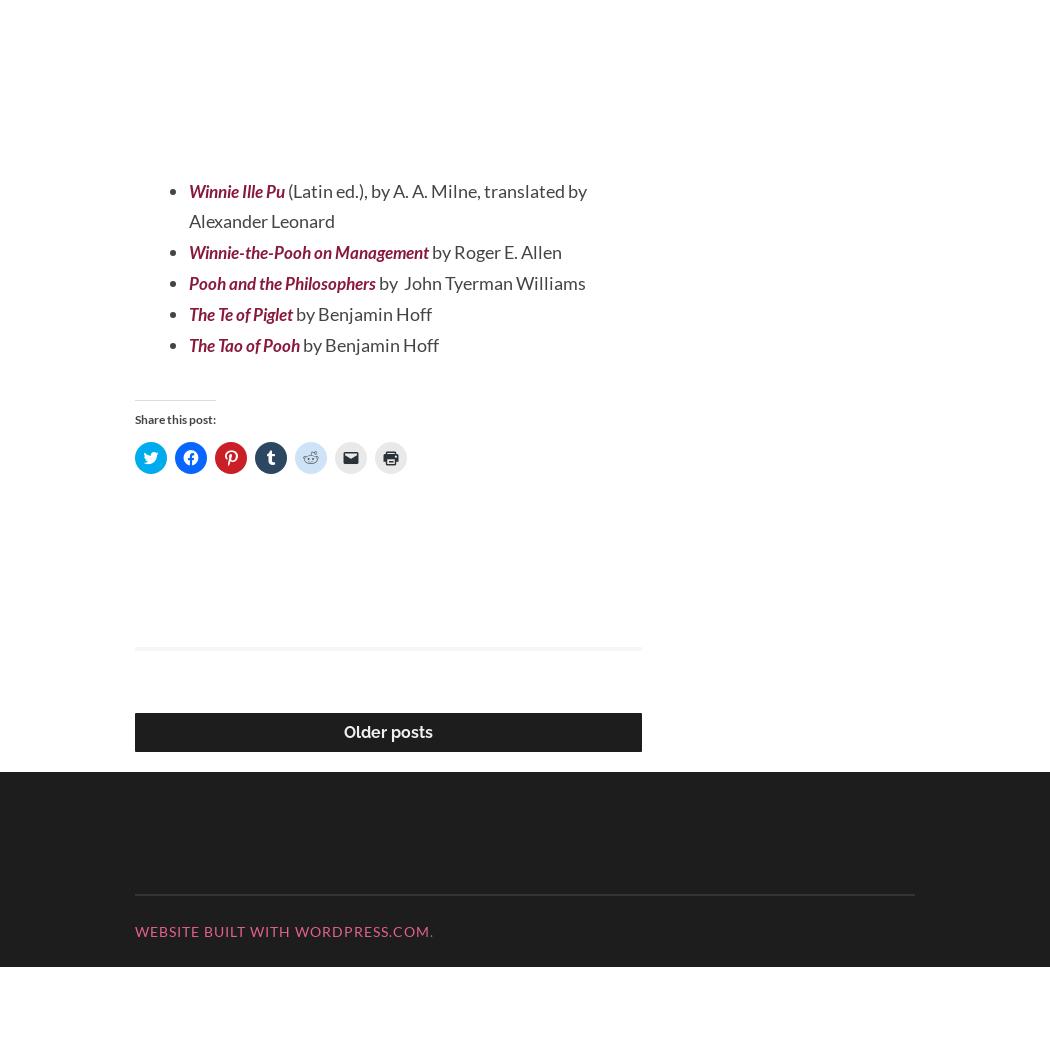 Image resolution: width=1050 pixels, height=1037 pixels. I want to click on 'The Tao of Pooh', so click(247, 415).